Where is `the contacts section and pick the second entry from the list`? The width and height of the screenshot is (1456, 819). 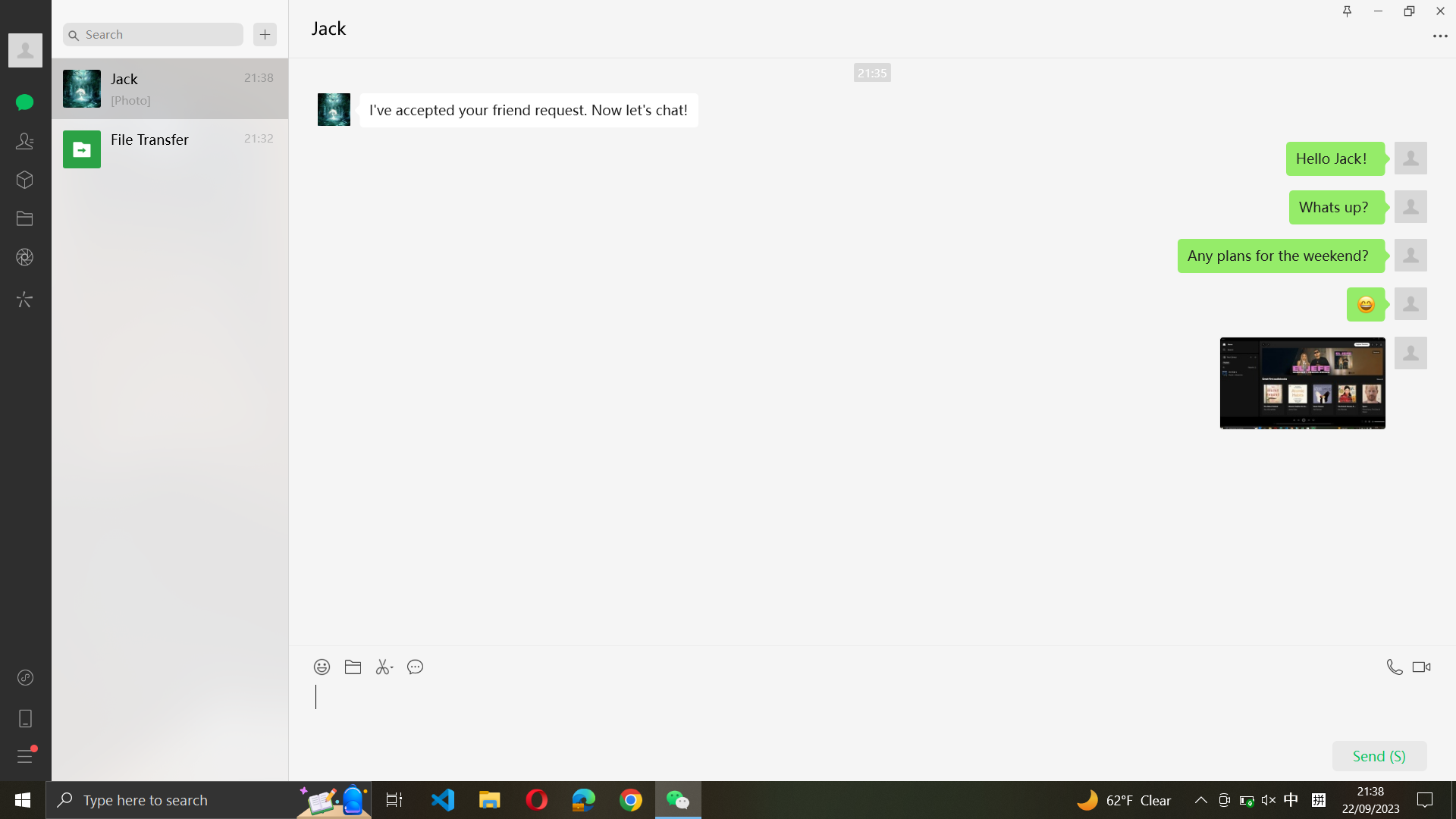 the contacts section and pick the second entry from the list is located at coordinates (25, 140).